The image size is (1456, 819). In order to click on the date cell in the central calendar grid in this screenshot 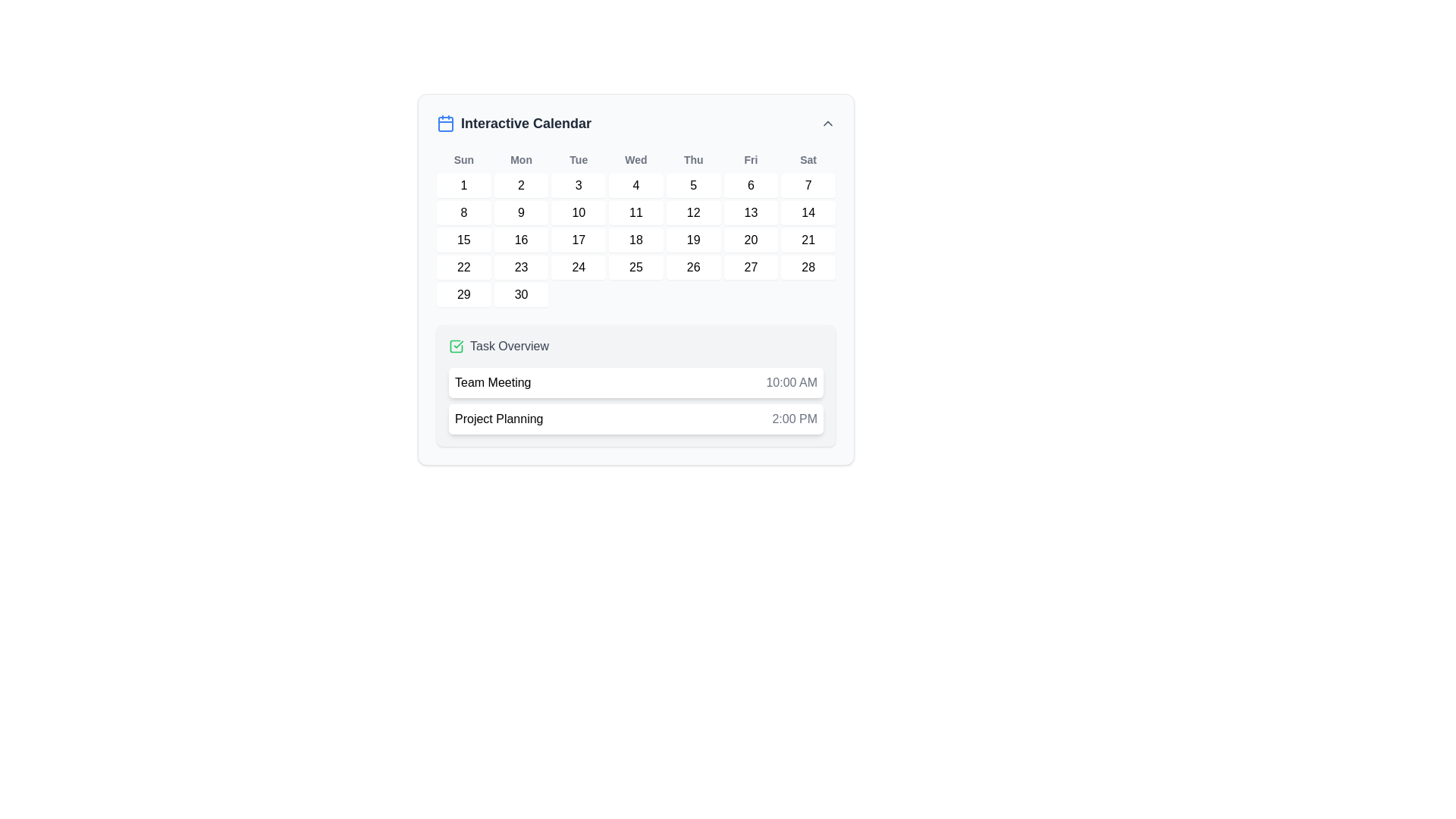, I will do `click(636, 239)`.